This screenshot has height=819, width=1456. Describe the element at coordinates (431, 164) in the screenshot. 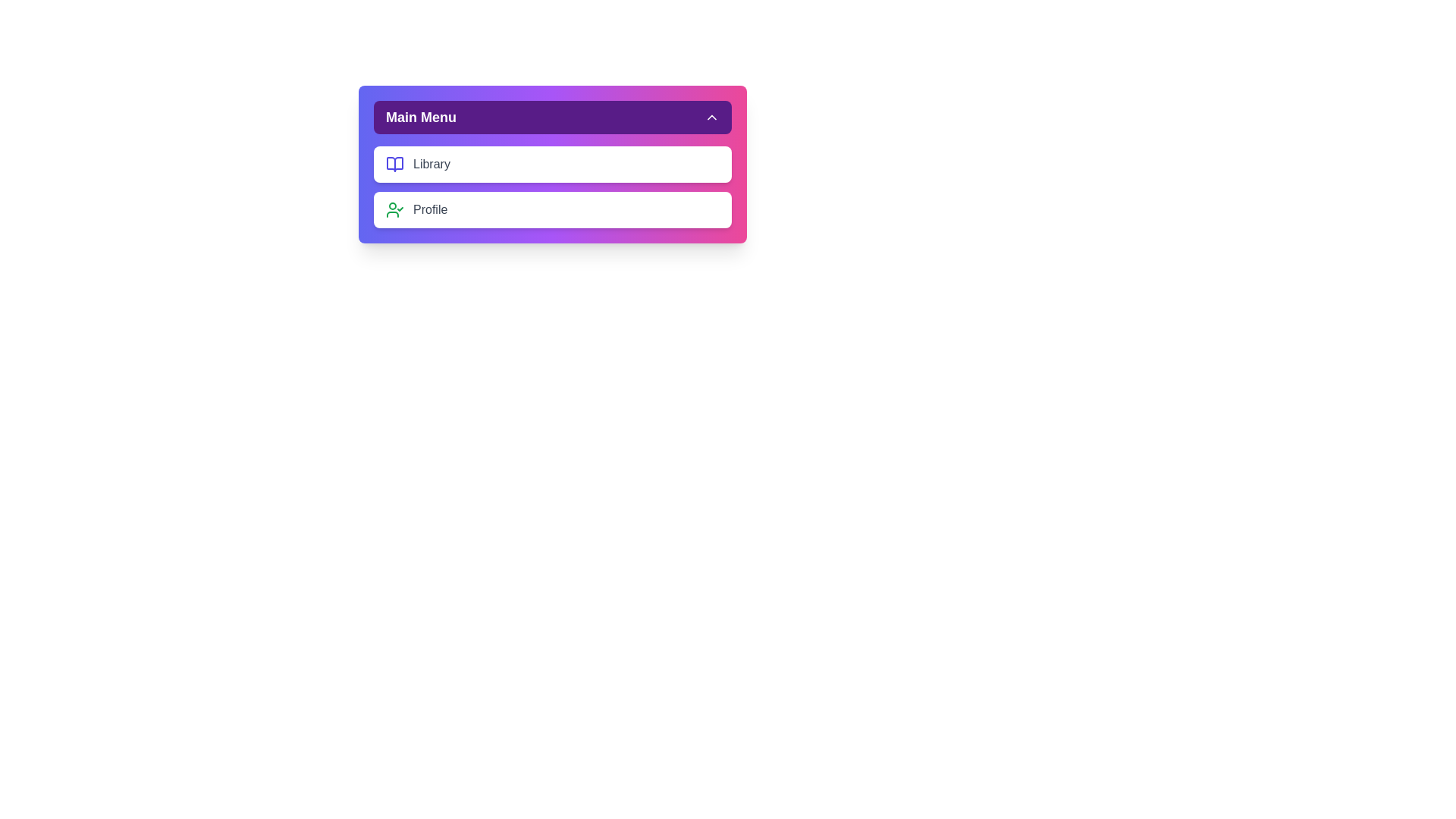

I see `text label for the 'Library' menu option, which is located in the middle-right section of the second item in the main navigation menu, immediately following the book icon` at that location.